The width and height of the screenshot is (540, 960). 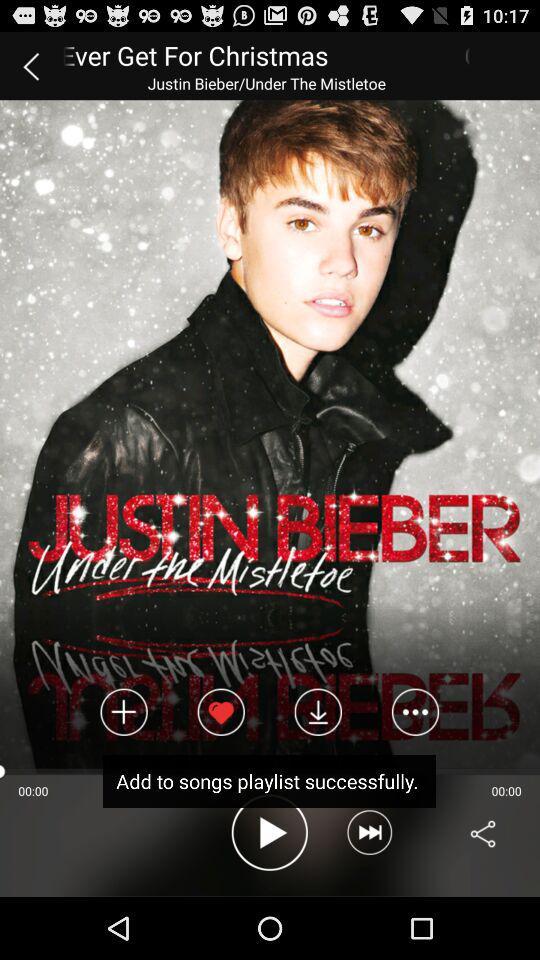 What do you see at coordinates (220, 761) in the screenshot?
I see `the favorite icon` at bounding box center [220, 761].